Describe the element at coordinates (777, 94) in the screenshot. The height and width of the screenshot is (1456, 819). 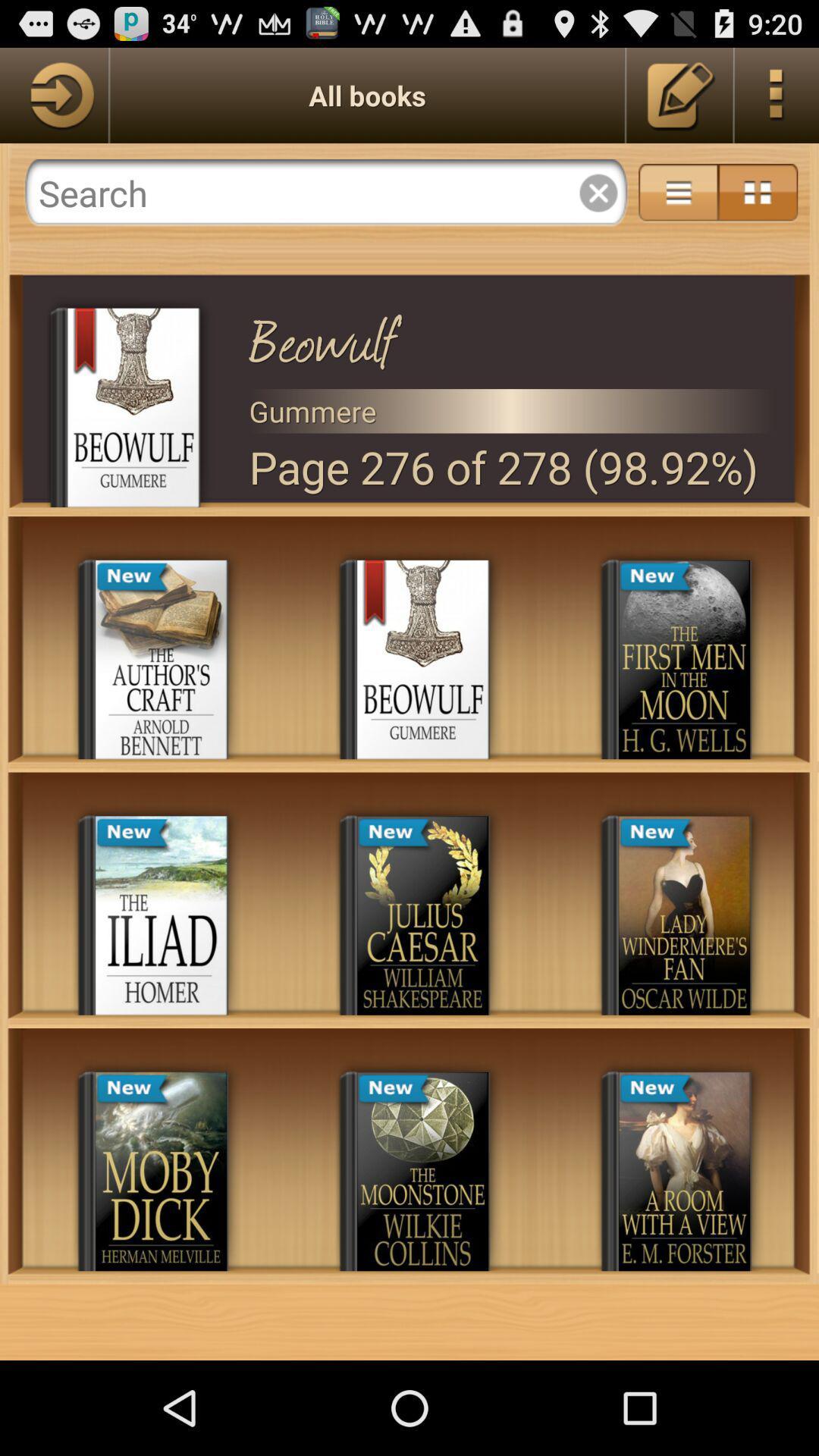
I see `option to open other menu items` at that location.